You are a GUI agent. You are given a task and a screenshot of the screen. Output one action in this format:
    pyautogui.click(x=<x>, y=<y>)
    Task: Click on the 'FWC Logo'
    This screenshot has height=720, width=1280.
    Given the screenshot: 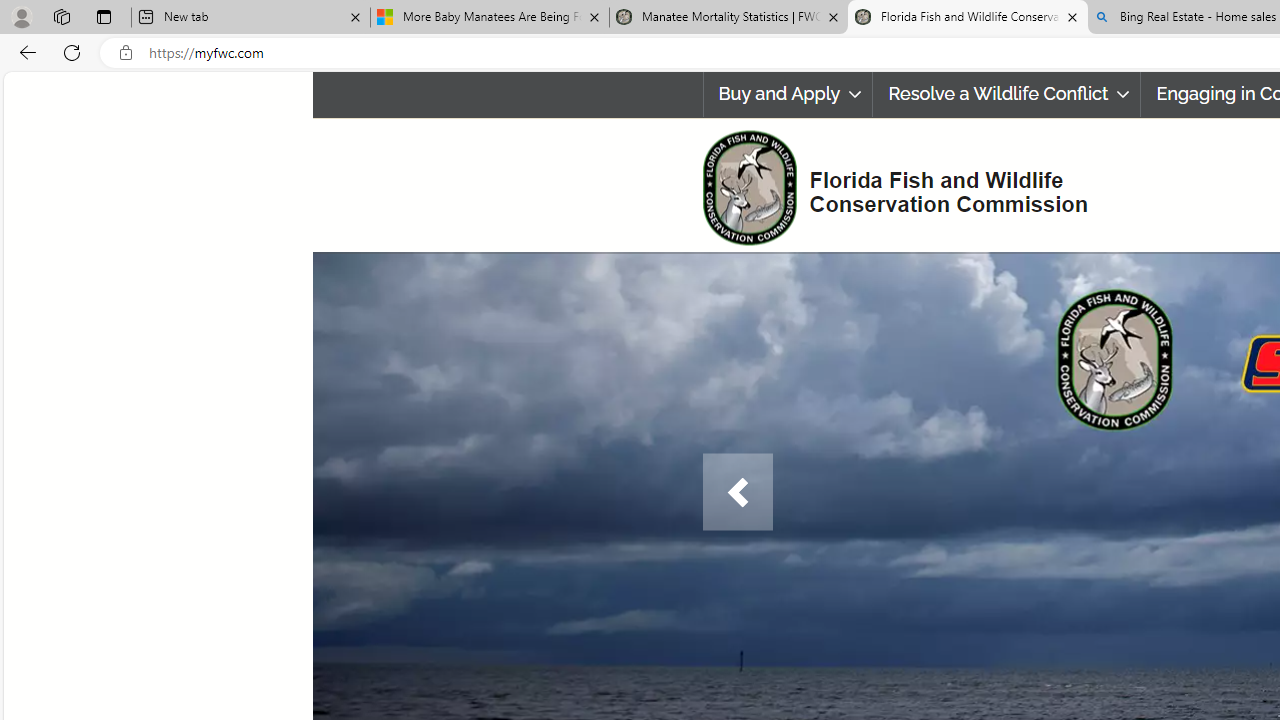 What is the action you would take?
    pyautogui.click(x=748, y=187)
    